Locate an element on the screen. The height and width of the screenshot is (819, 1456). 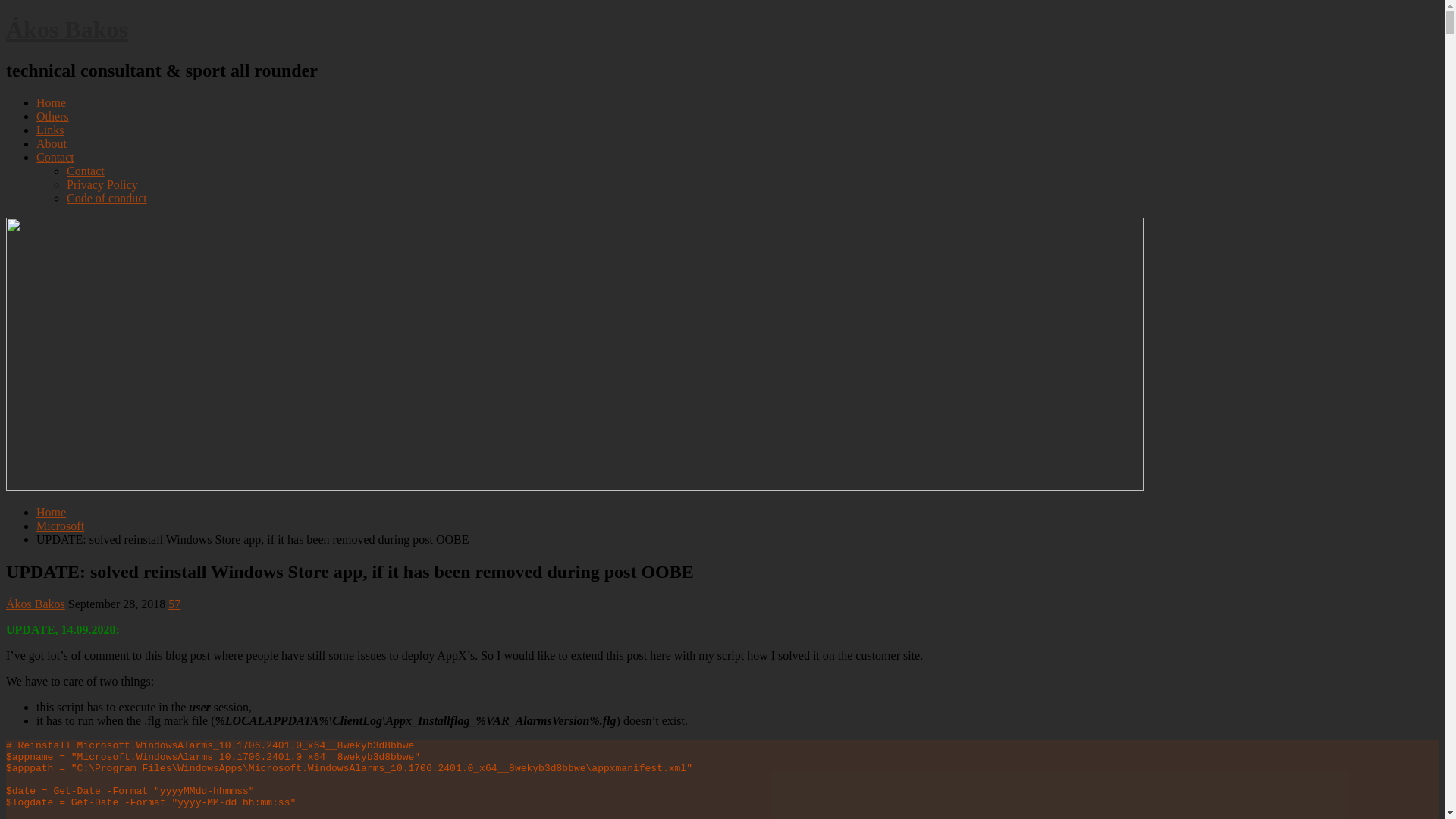
'Contact' is located at coordinates (55, 157).